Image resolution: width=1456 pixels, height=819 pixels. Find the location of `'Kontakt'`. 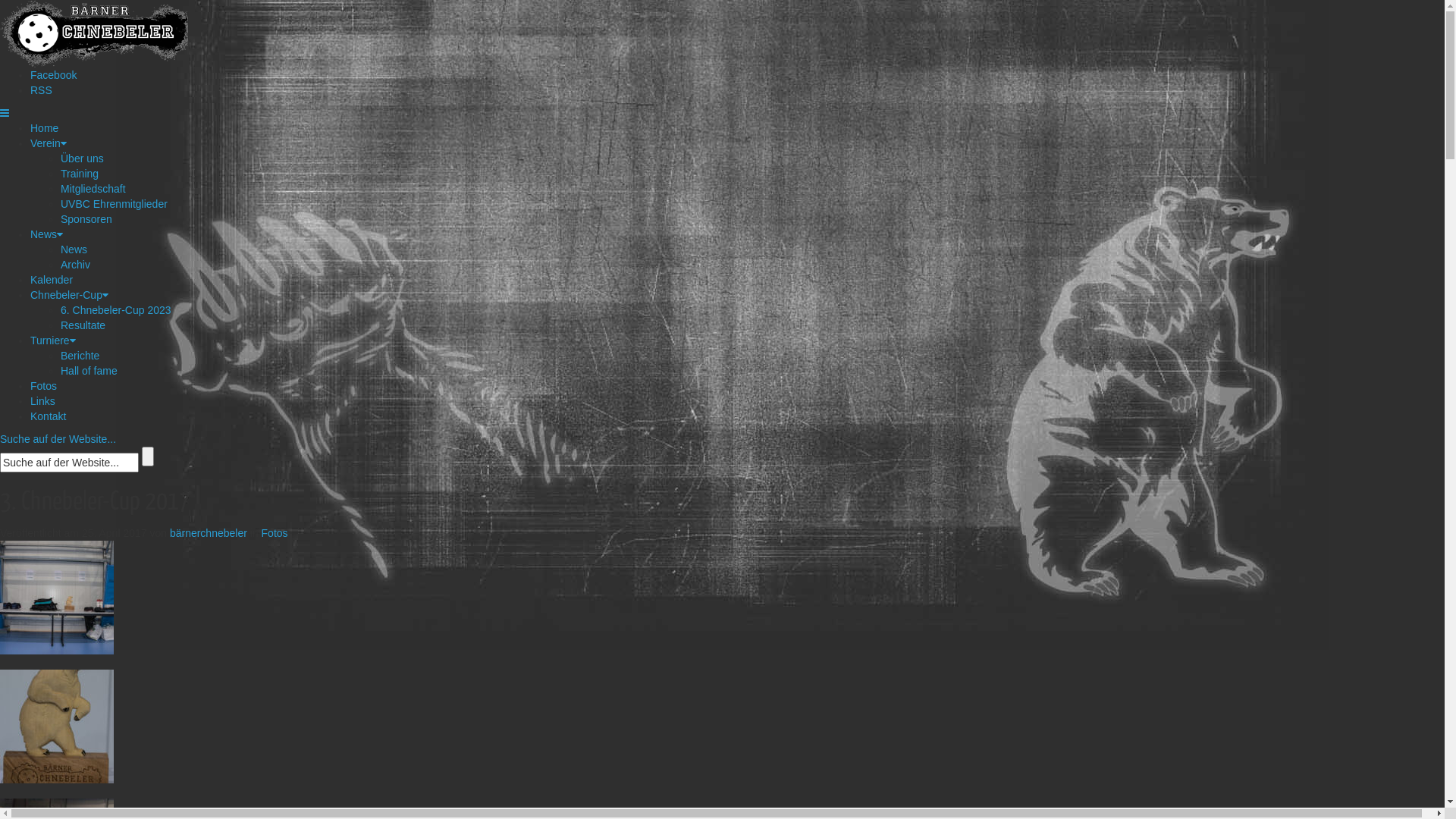

'Kontakt' is located at coordinates (48, 416).